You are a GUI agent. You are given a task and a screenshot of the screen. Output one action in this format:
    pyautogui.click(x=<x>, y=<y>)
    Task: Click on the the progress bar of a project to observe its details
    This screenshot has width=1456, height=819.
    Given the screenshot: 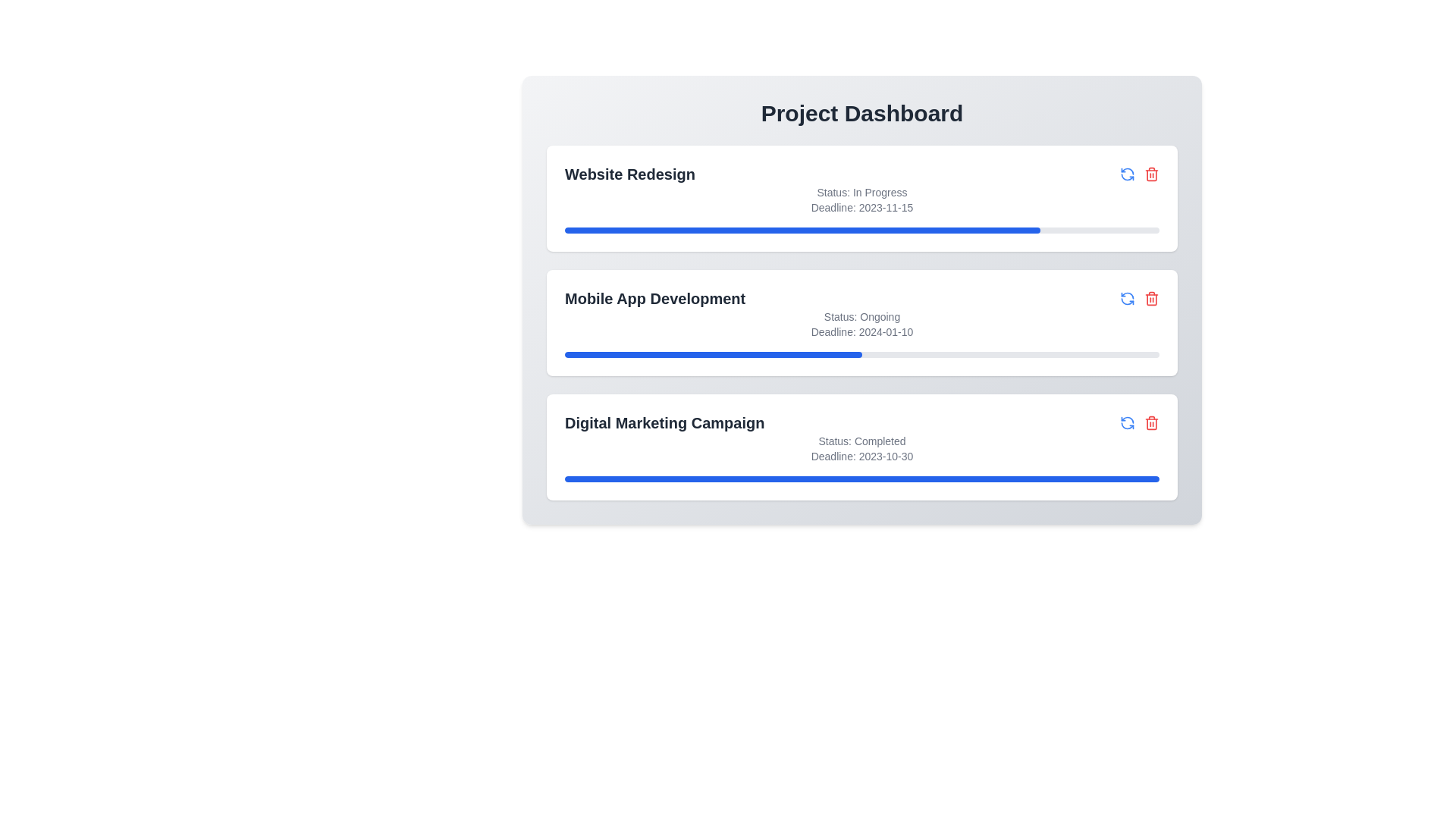 What is the action you would take?
    pyautogui.click(x=862, y=231)
    